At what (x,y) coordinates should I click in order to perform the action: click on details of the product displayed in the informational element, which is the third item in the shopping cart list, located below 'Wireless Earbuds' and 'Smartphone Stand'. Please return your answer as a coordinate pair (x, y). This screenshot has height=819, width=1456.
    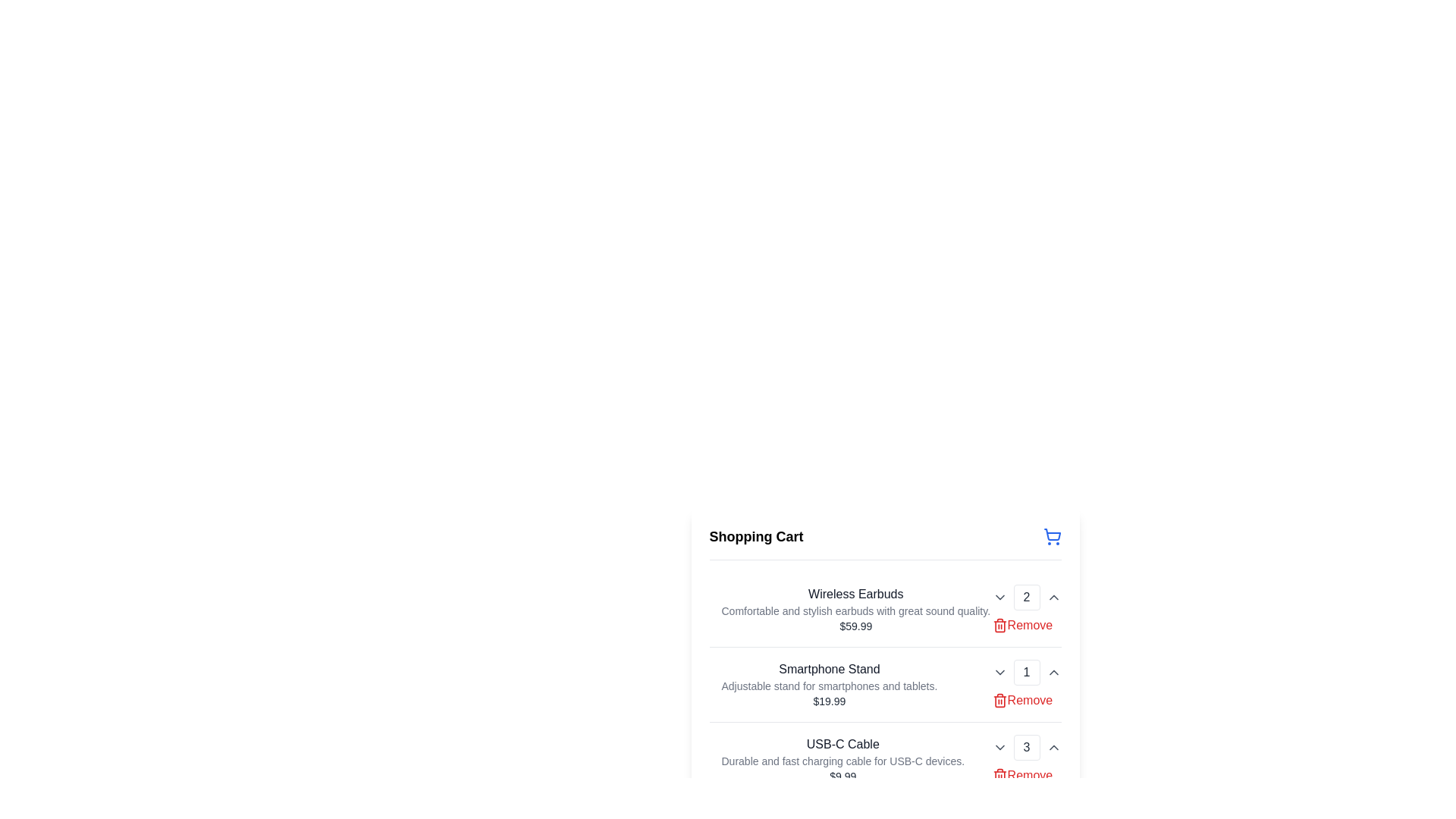
    Looking at the image, I should click on (842, 760).